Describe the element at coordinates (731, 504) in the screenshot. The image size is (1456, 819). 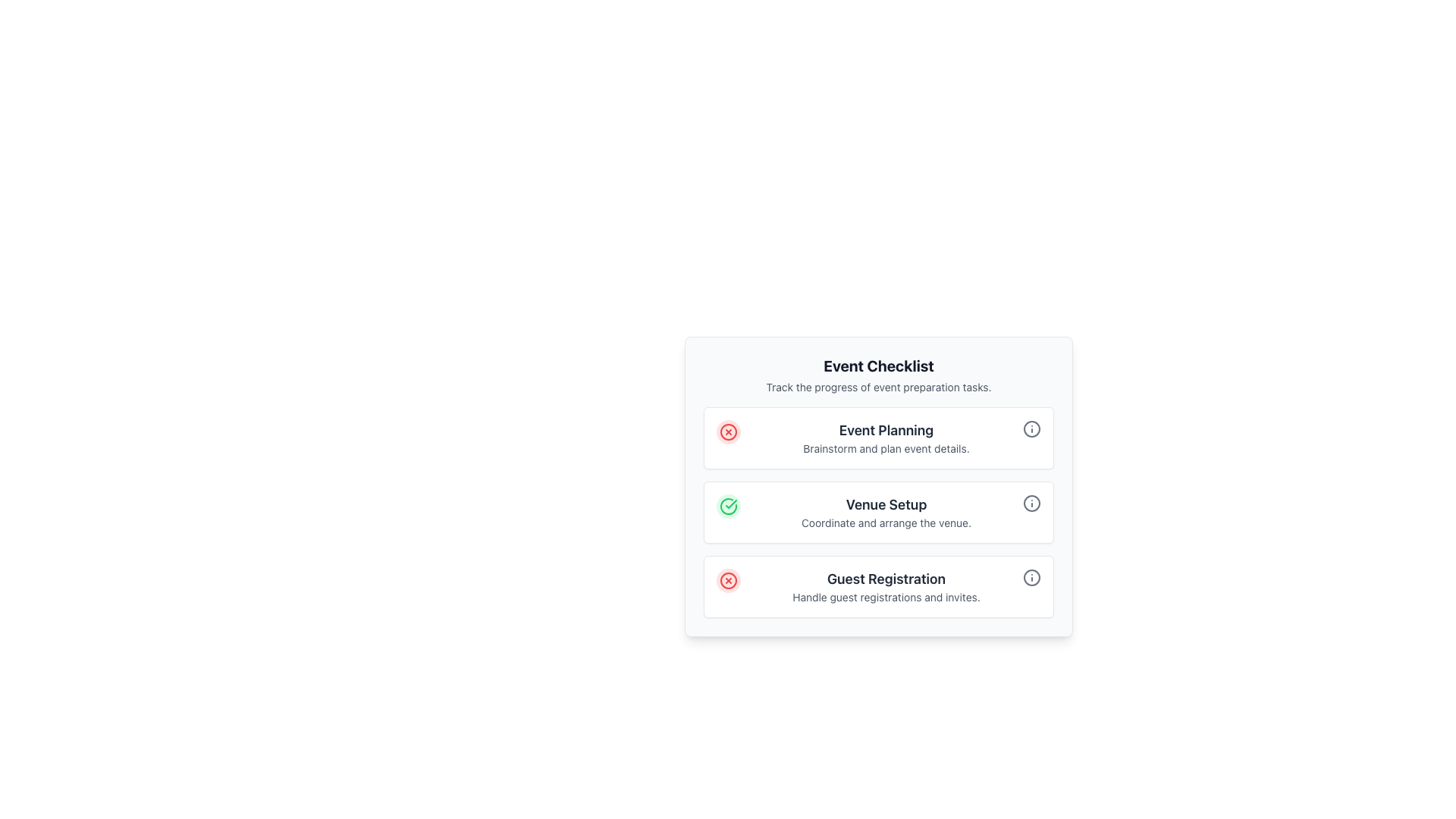
I see `the SVG Icon indicating 'Venue Setup' completion, located to the left of the text 'Venue Setup'` at that location.